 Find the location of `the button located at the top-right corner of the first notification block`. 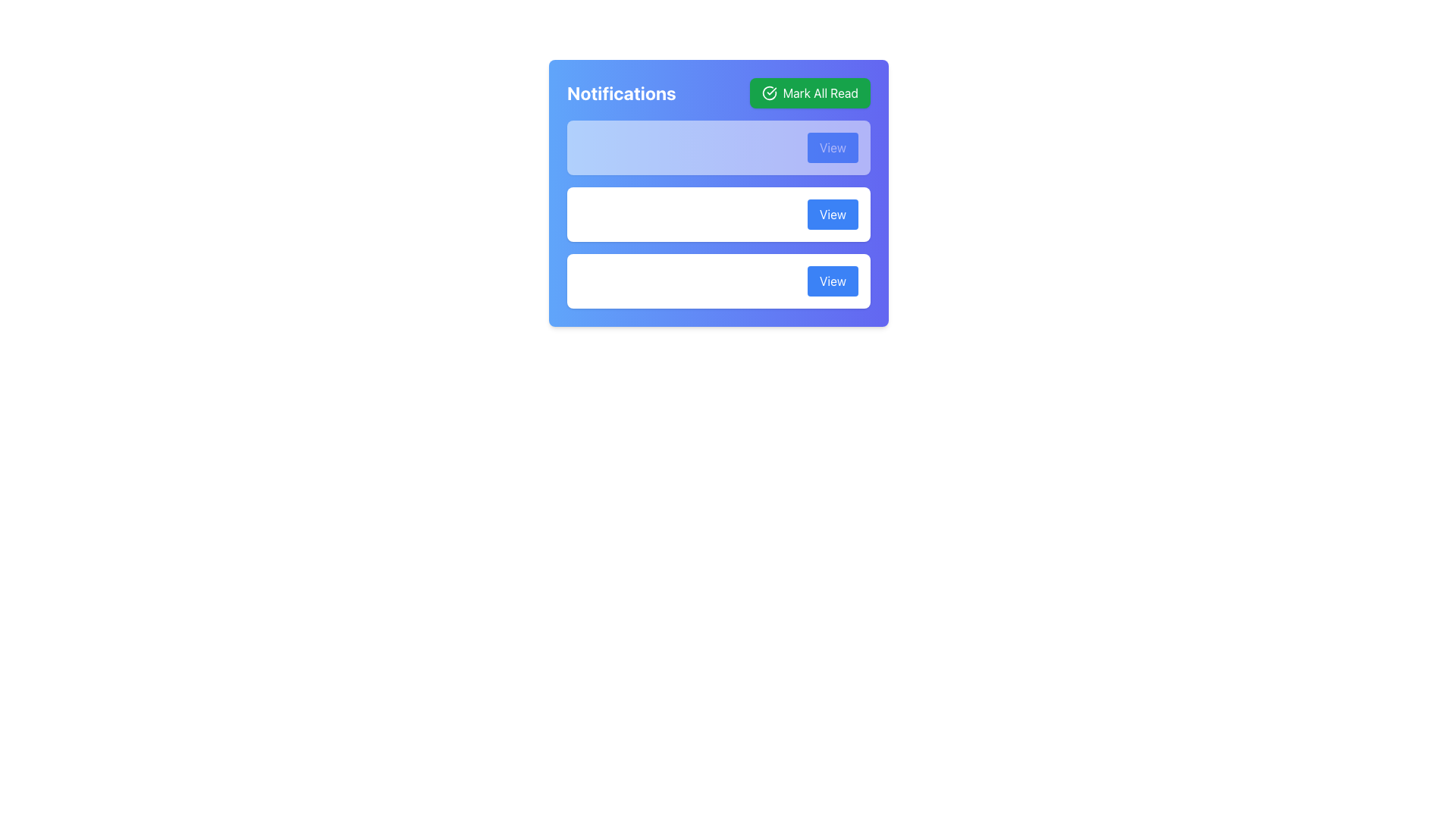

the button located at the top-right corner of the first notification block is located at coordinates (832, 148).